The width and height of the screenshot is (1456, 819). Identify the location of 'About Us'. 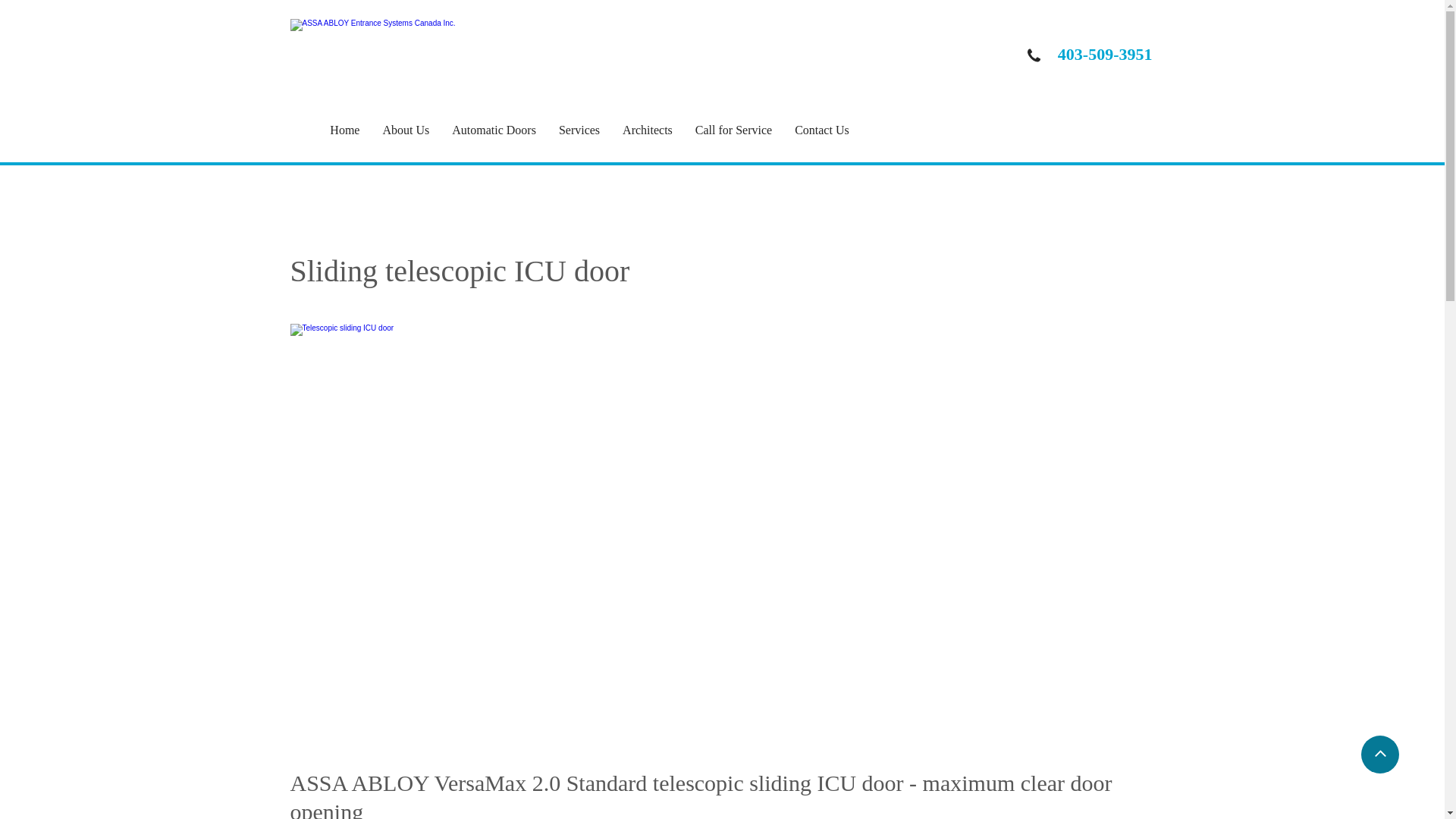
(417, 130).